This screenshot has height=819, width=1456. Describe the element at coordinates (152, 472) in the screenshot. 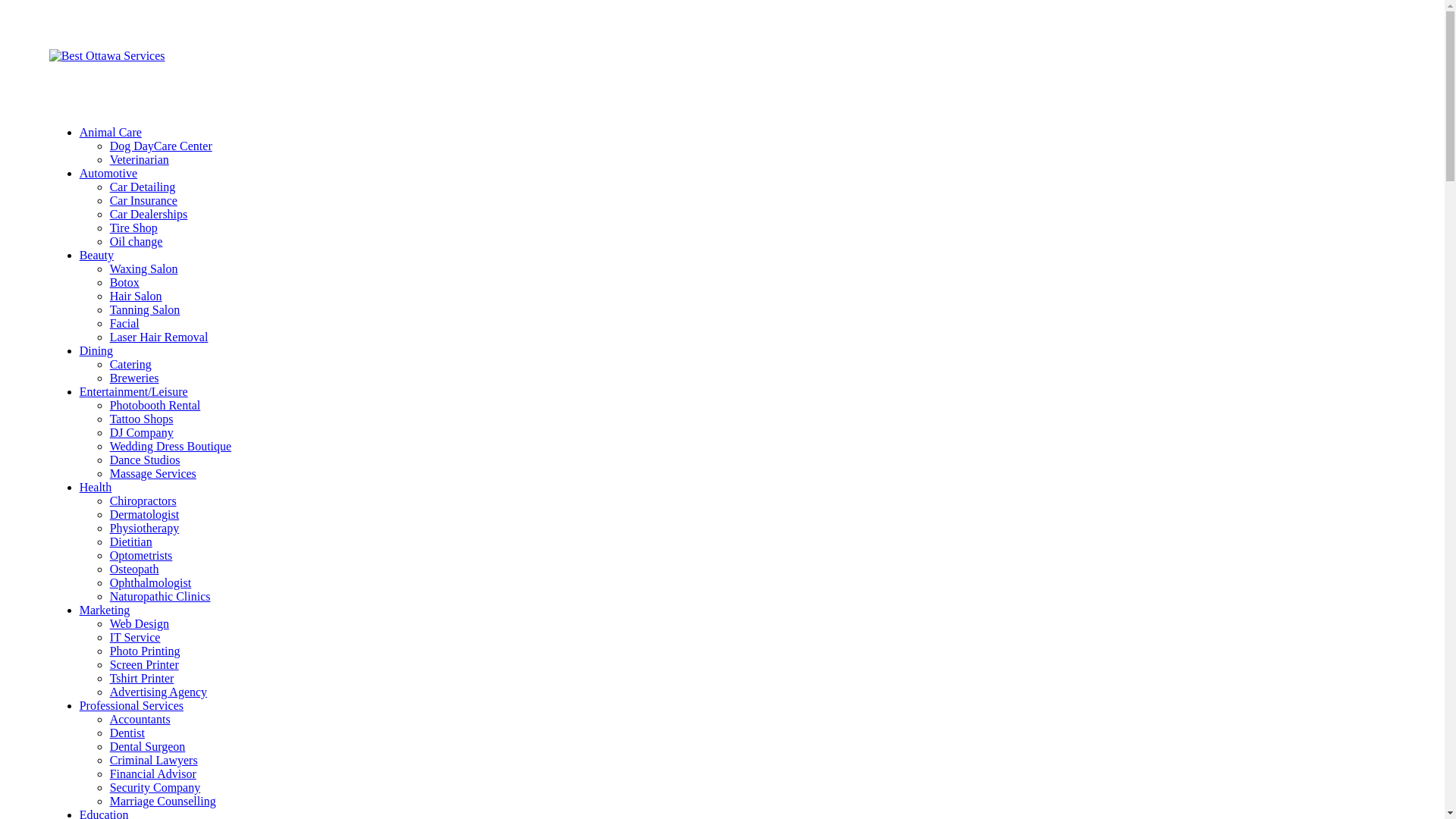

I see `'Massage Services'` at that location.